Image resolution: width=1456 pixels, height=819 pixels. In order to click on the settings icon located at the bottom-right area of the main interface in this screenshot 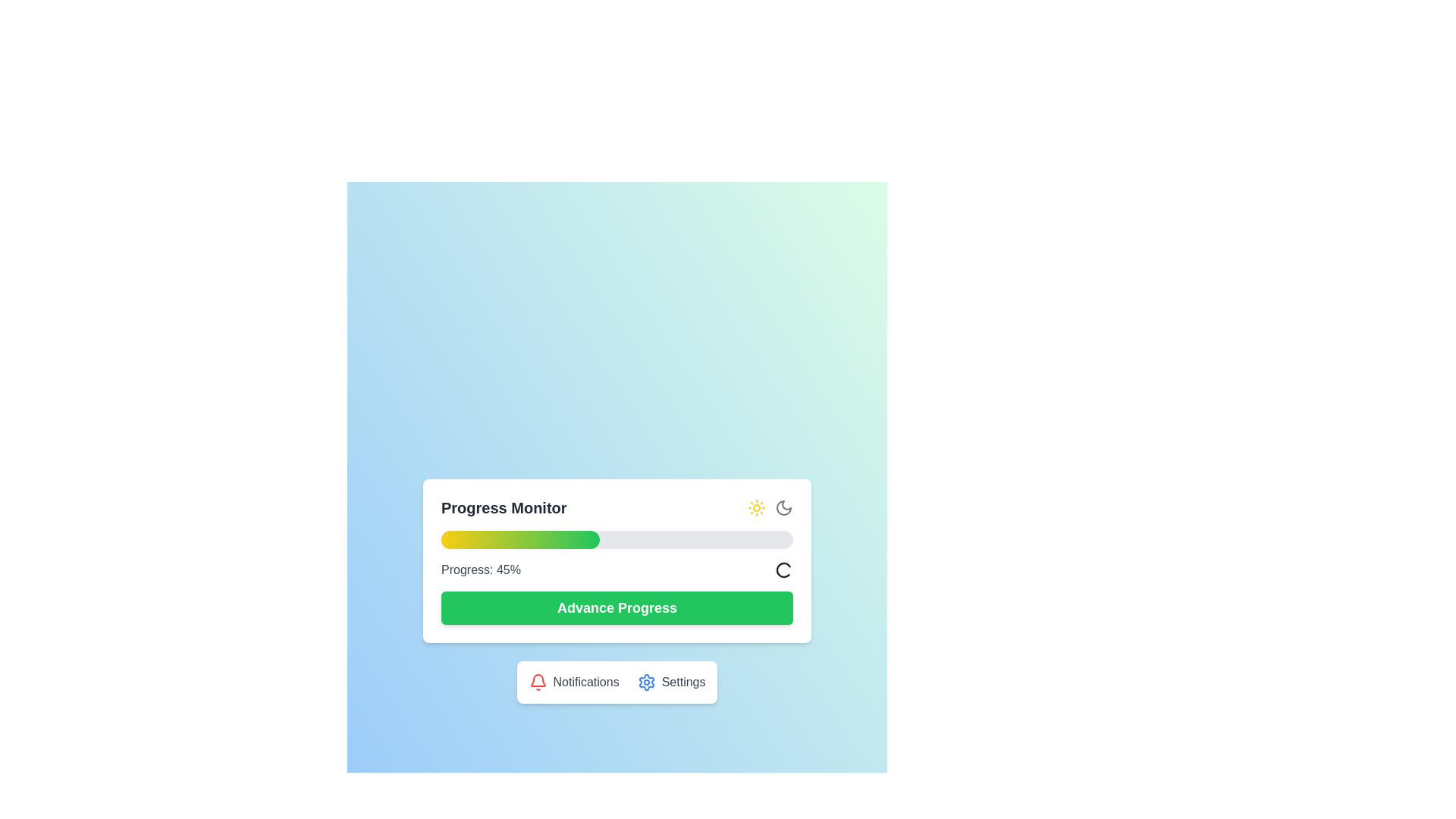, I will do `click(646, 681)`.